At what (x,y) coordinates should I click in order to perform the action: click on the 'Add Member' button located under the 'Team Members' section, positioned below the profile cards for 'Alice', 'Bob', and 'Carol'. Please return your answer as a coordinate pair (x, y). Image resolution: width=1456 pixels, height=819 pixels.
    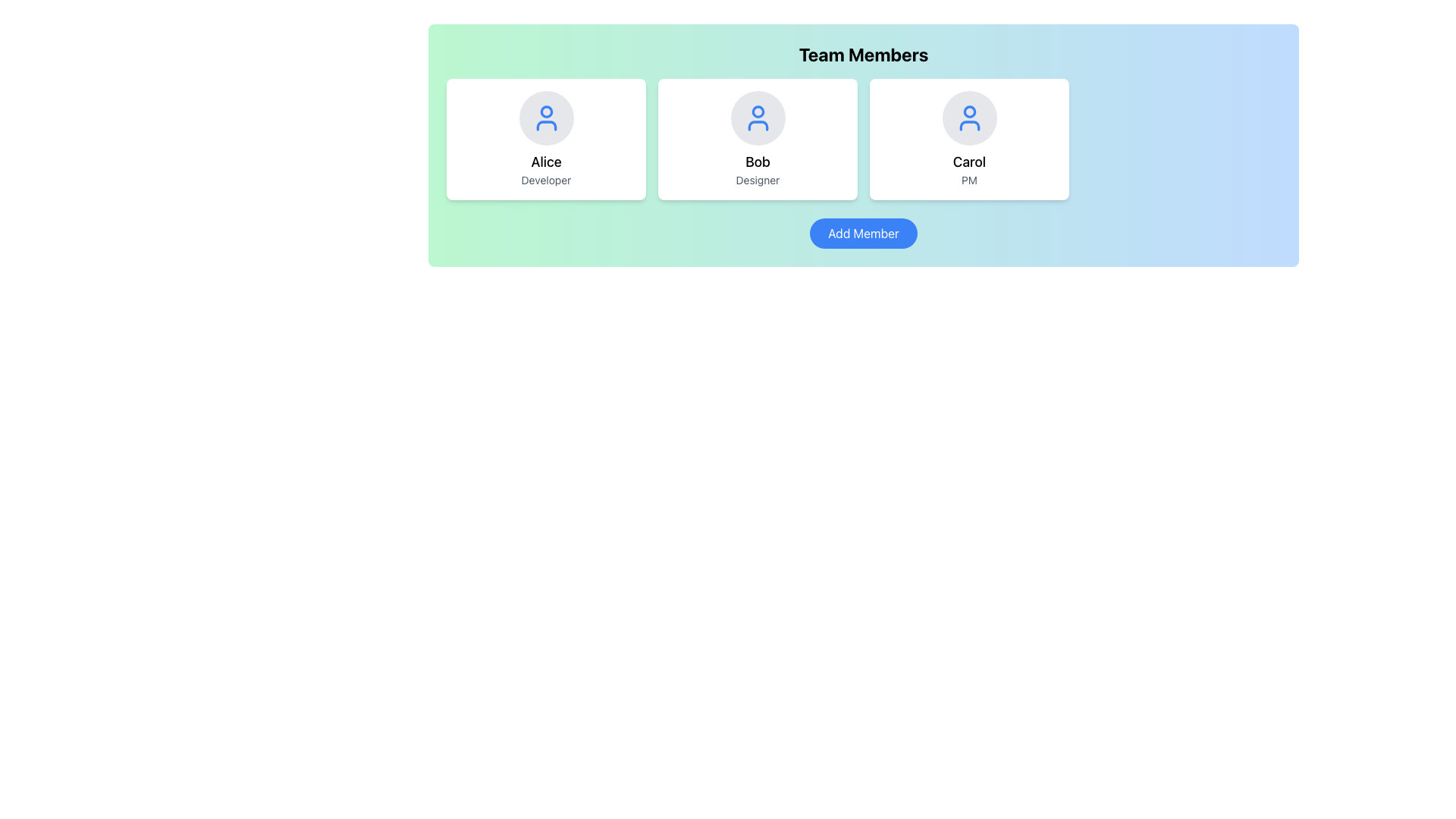
    Looking at the image, I should click on (863, 234).